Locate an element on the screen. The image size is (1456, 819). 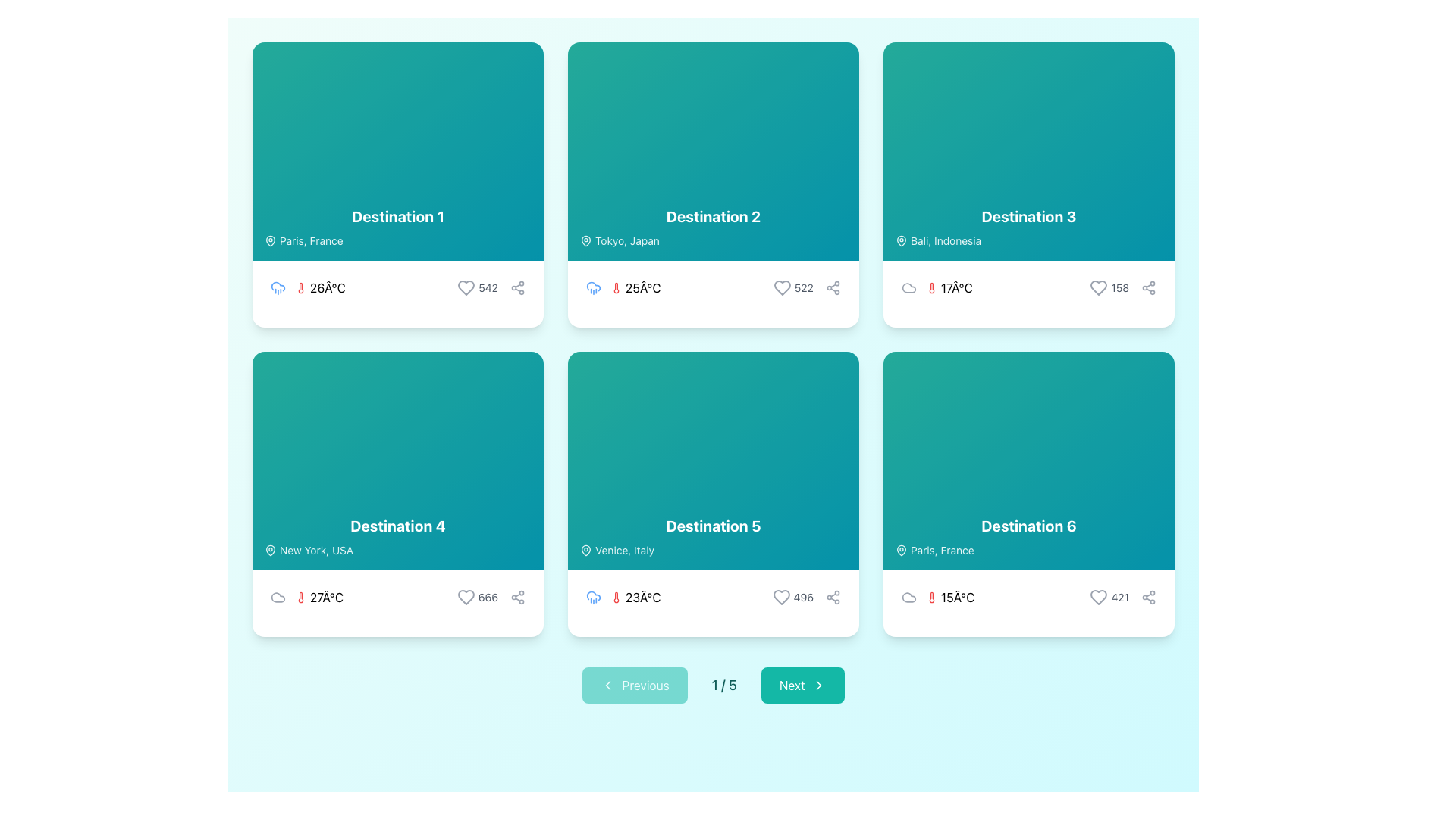
the heart outline icon representing a like action located at the bottom-right of the 'Destination 4' card is located at coordinates (465, 596).